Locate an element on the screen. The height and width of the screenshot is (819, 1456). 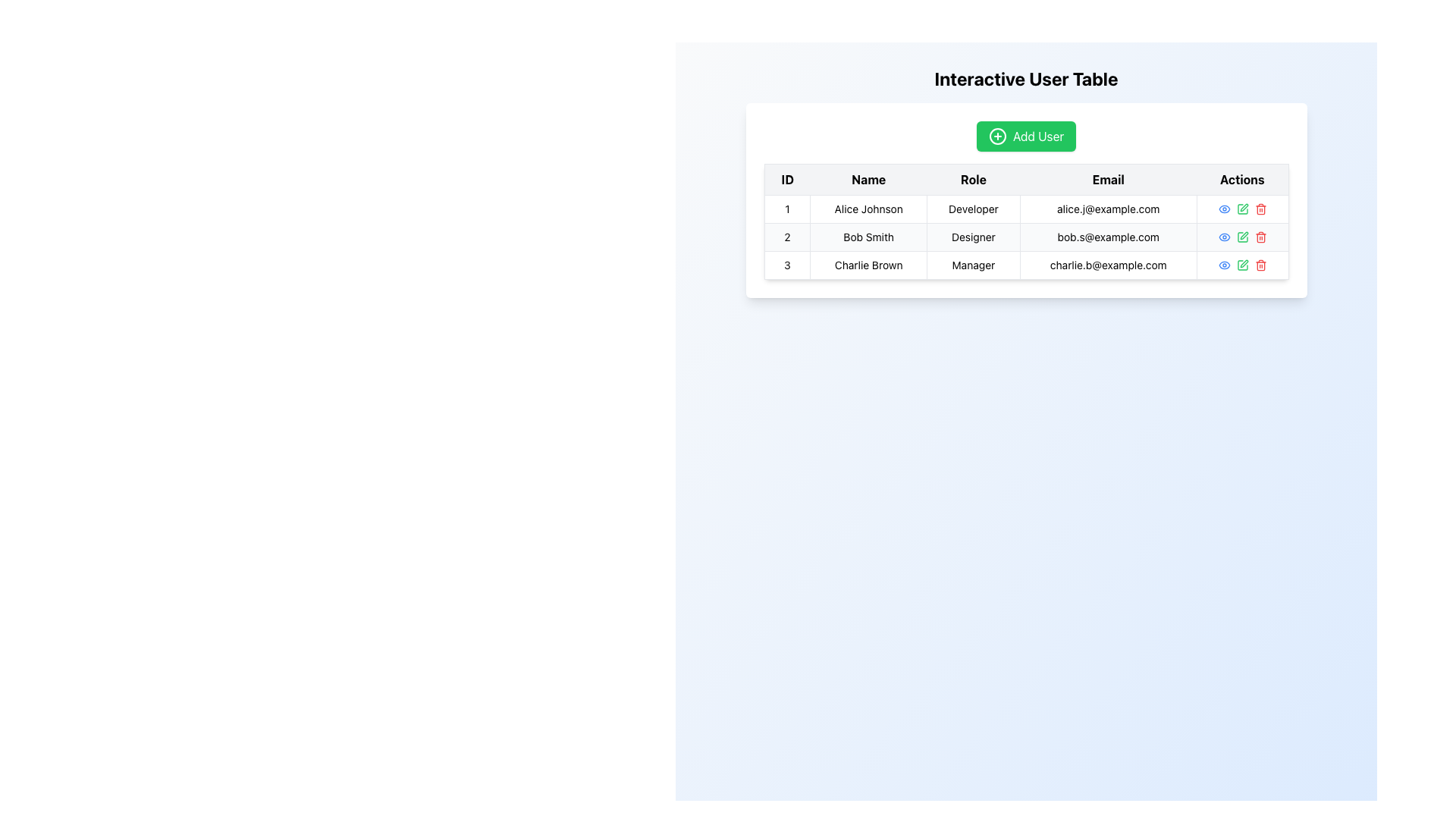
the 'Role' text label in the header row of the table, which is the third column header between 'Name' and 'Email' is located at coordinates (973, 178).